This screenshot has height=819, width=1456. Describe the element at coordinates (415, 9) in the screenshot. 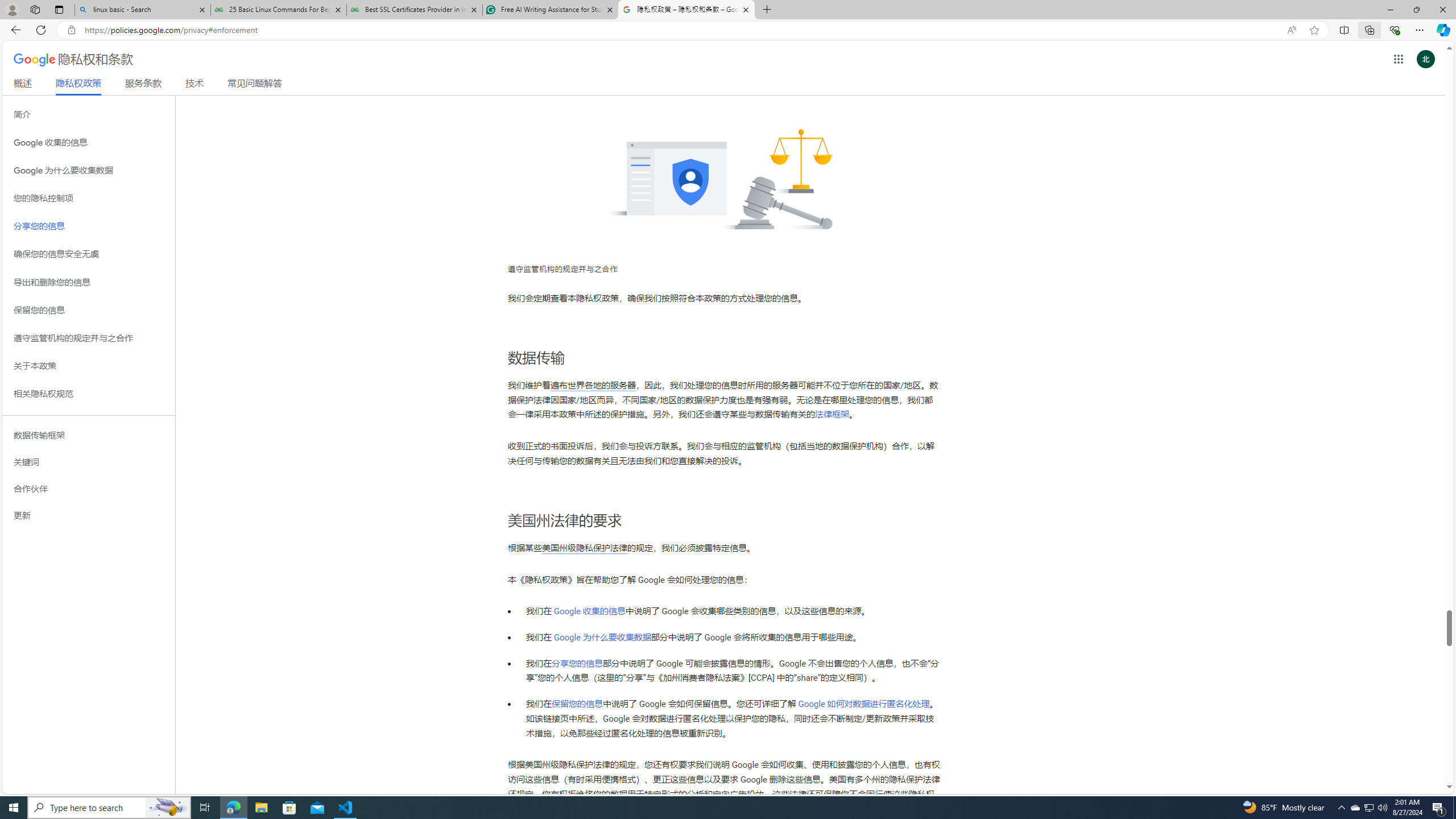

I see `'Best SSL Certificates Provider in India - GeeksforGeeks'` at that location.